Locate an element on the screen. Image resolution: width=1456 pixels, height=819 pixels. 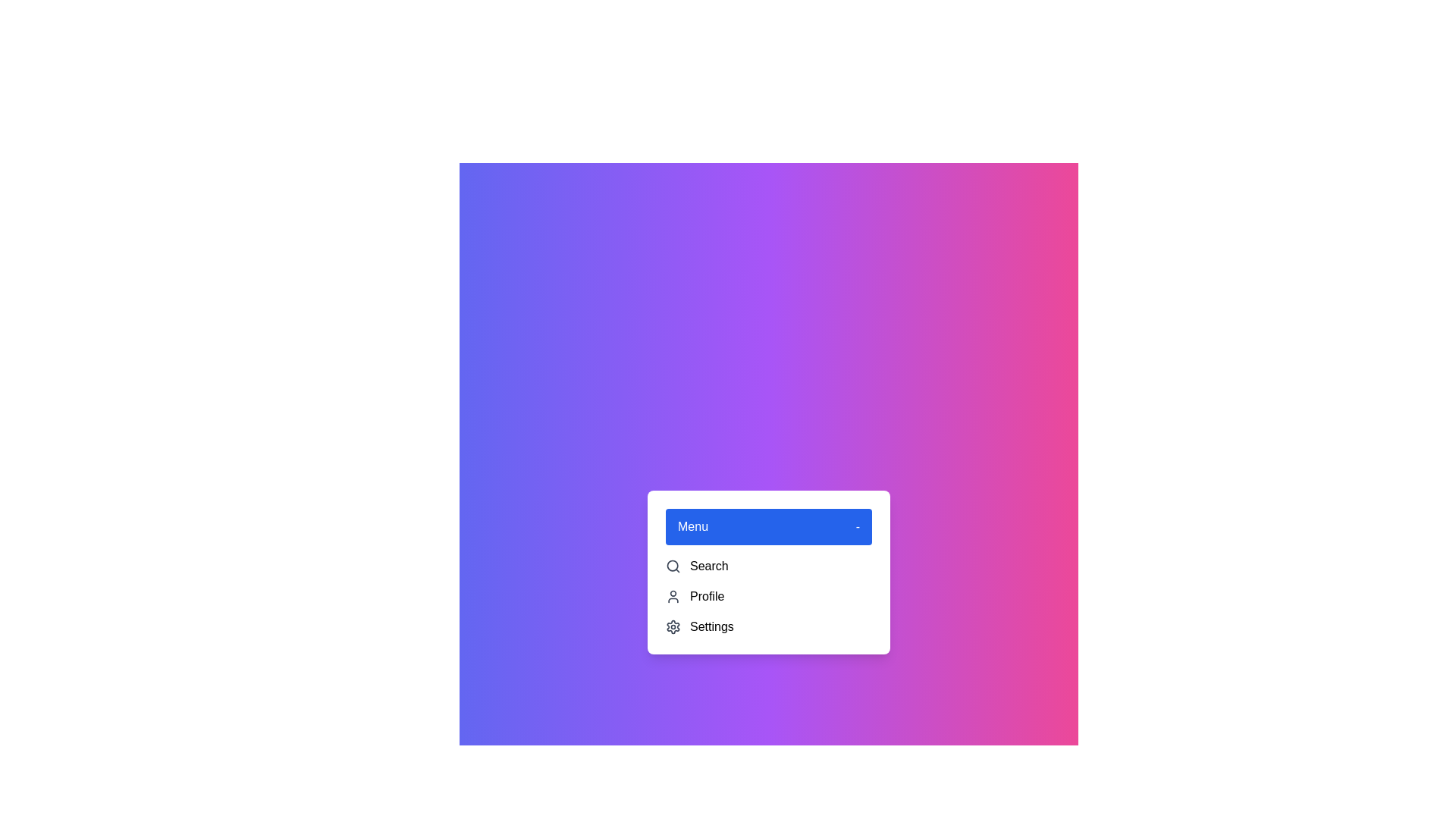
the 'Search' option in the dropdown menu is located at coordinates (708, 566).